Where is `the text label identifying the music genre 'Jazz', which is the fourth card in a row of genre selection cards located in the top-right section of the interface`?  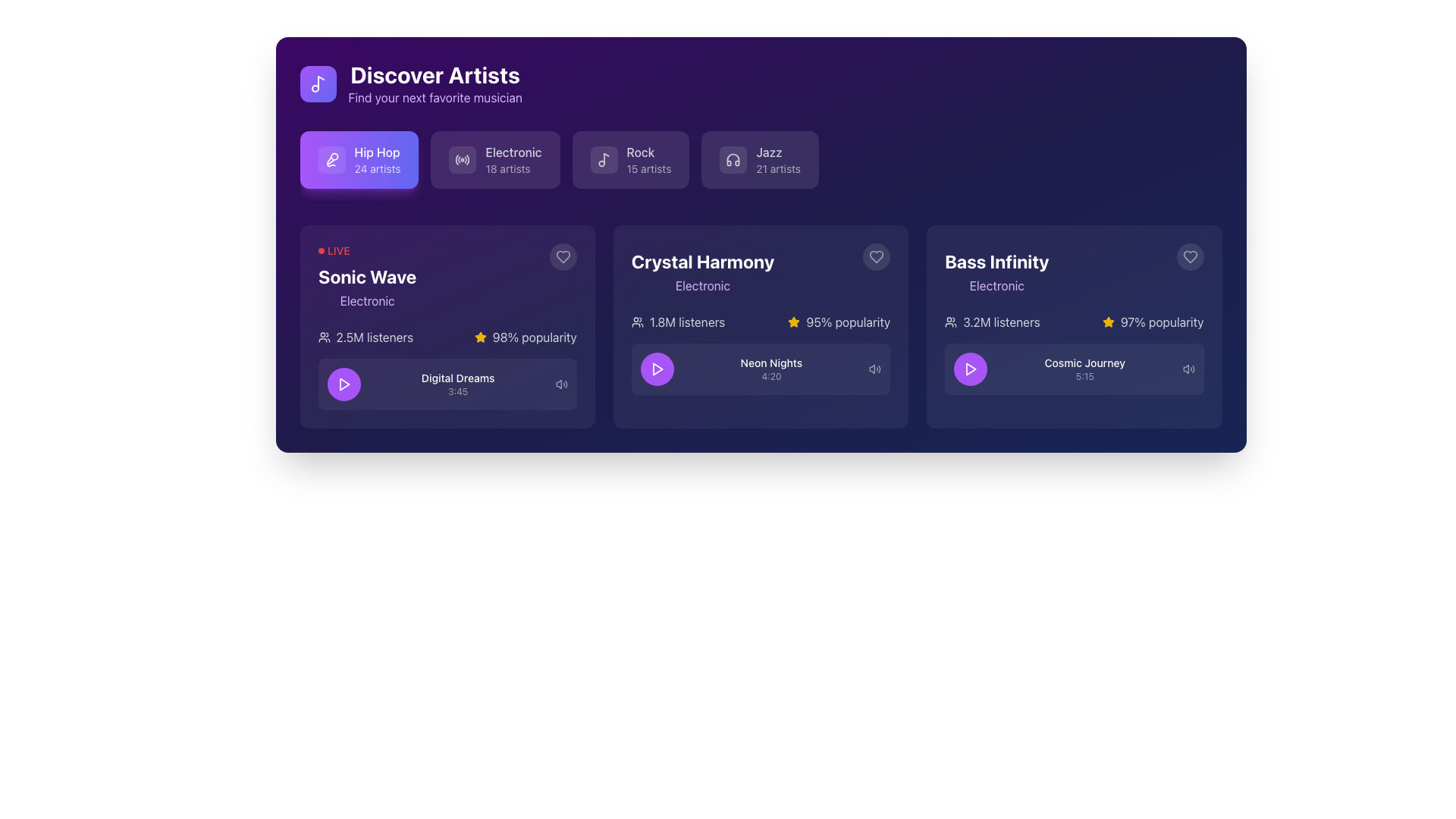
the text label identifying the music genre 'Jazz', which is the fourth card in a row of genre selection cards located in the top-right section of the interface is located at coordinates (778, 152).